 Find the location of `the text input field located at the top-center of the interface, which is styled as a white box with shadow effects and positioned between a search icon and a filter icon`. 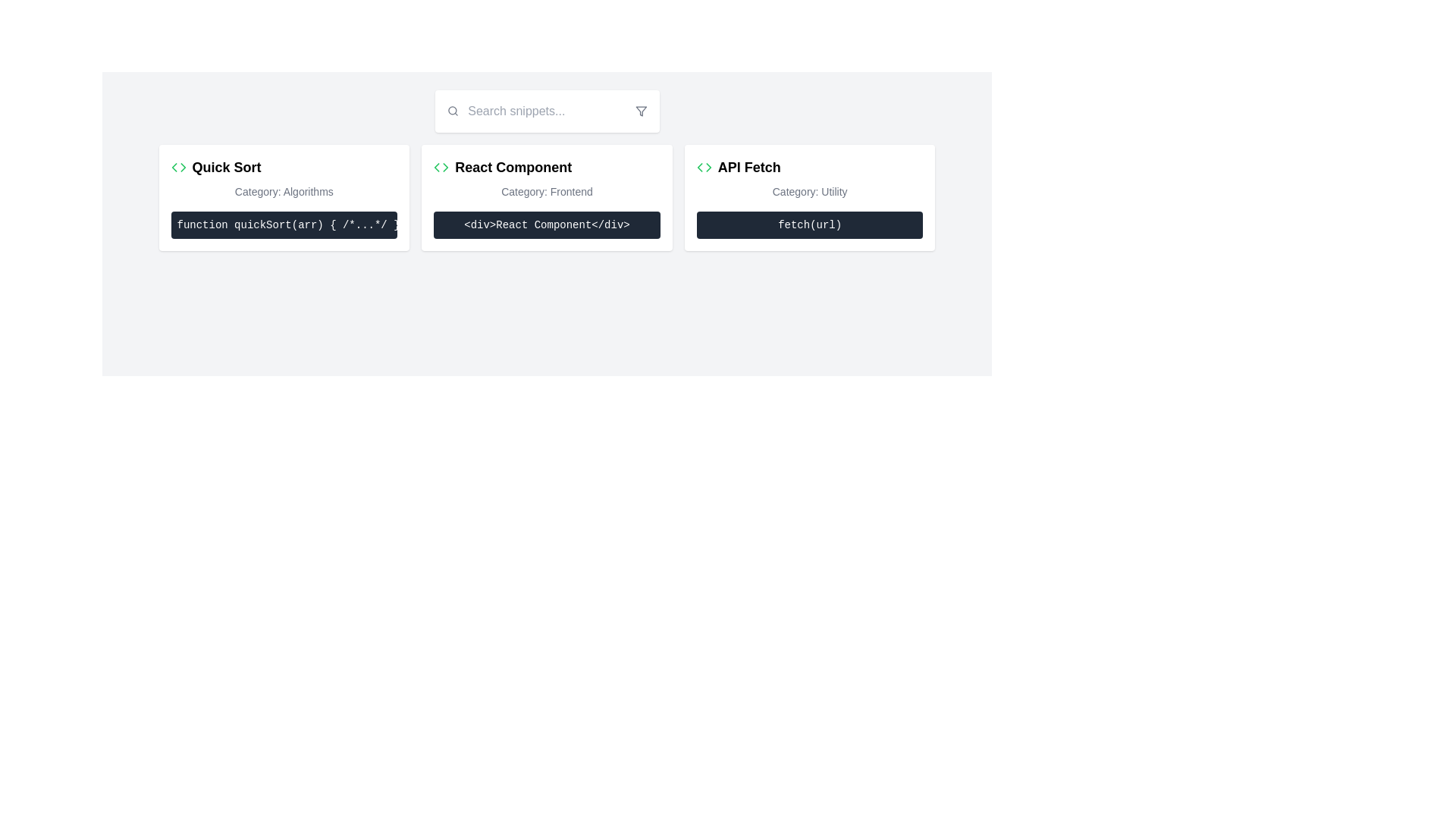

the text input field located at the top-center of the interface, which is styled as a white box with shadow effects and positioned between a search icon and a filter icon is located at coordinates (546, 110).